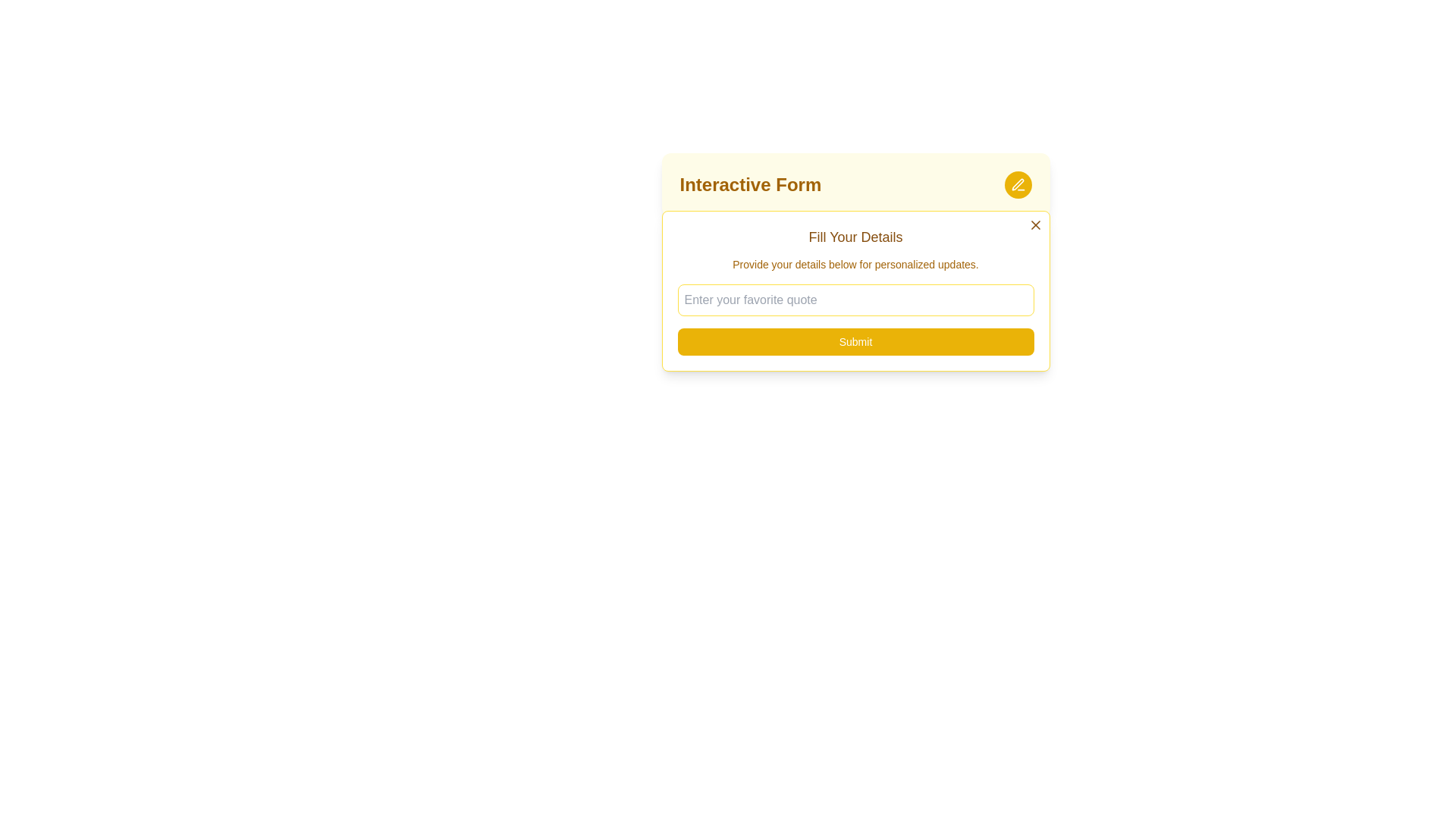 The height and width of the screenshot is (819, 1456). Describe the element at coordinates (750, 184) in the screenshot. I see `the Header text label, which serves as the title of the form interface and is positioned to the left of a rounded yellow button with a pen icon` at that location.